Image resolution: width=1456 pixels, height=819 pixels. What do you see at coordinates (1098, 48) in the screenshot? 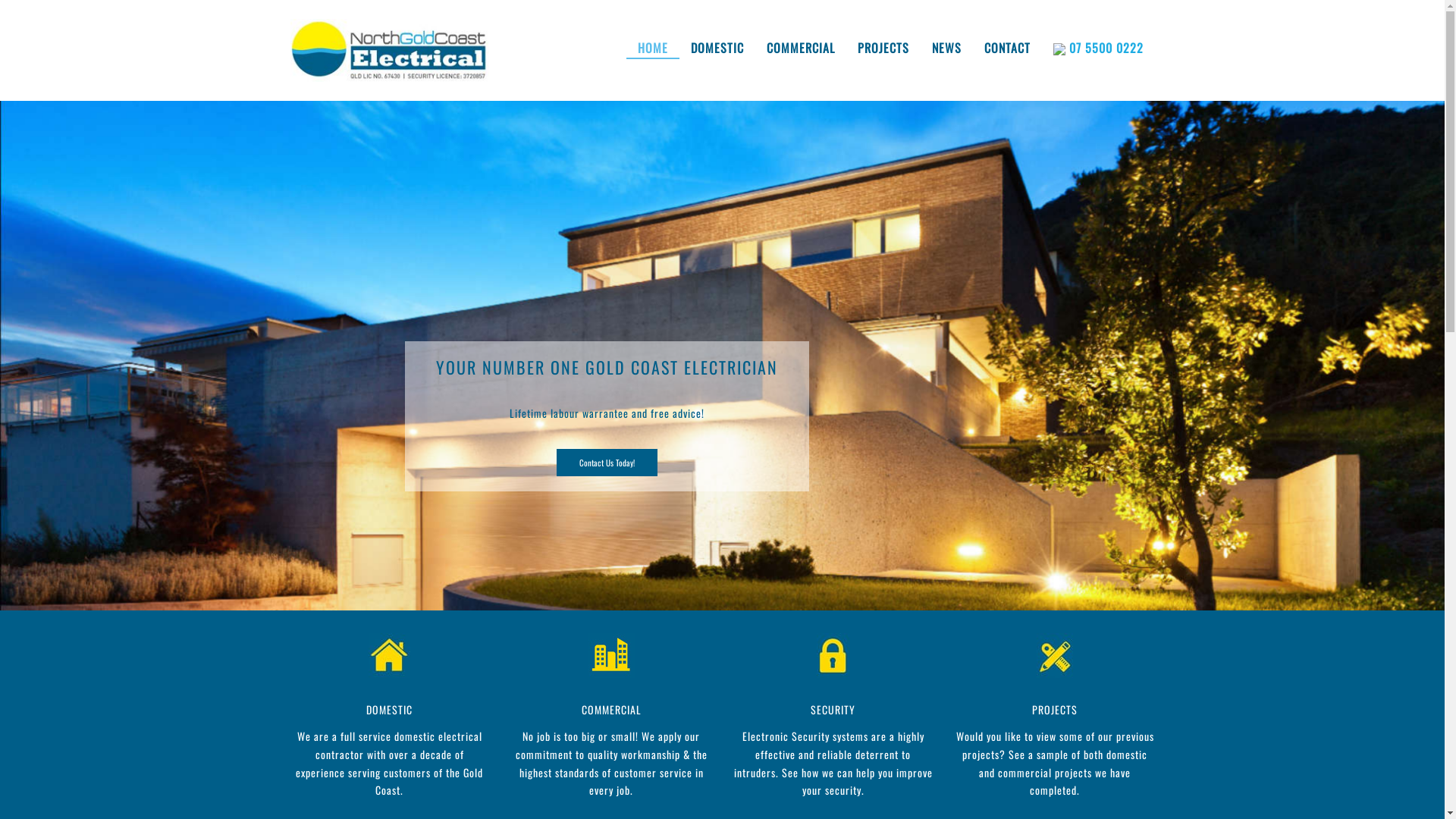
I see `'07 5500 0222'` at bounding box center [1098, 48].